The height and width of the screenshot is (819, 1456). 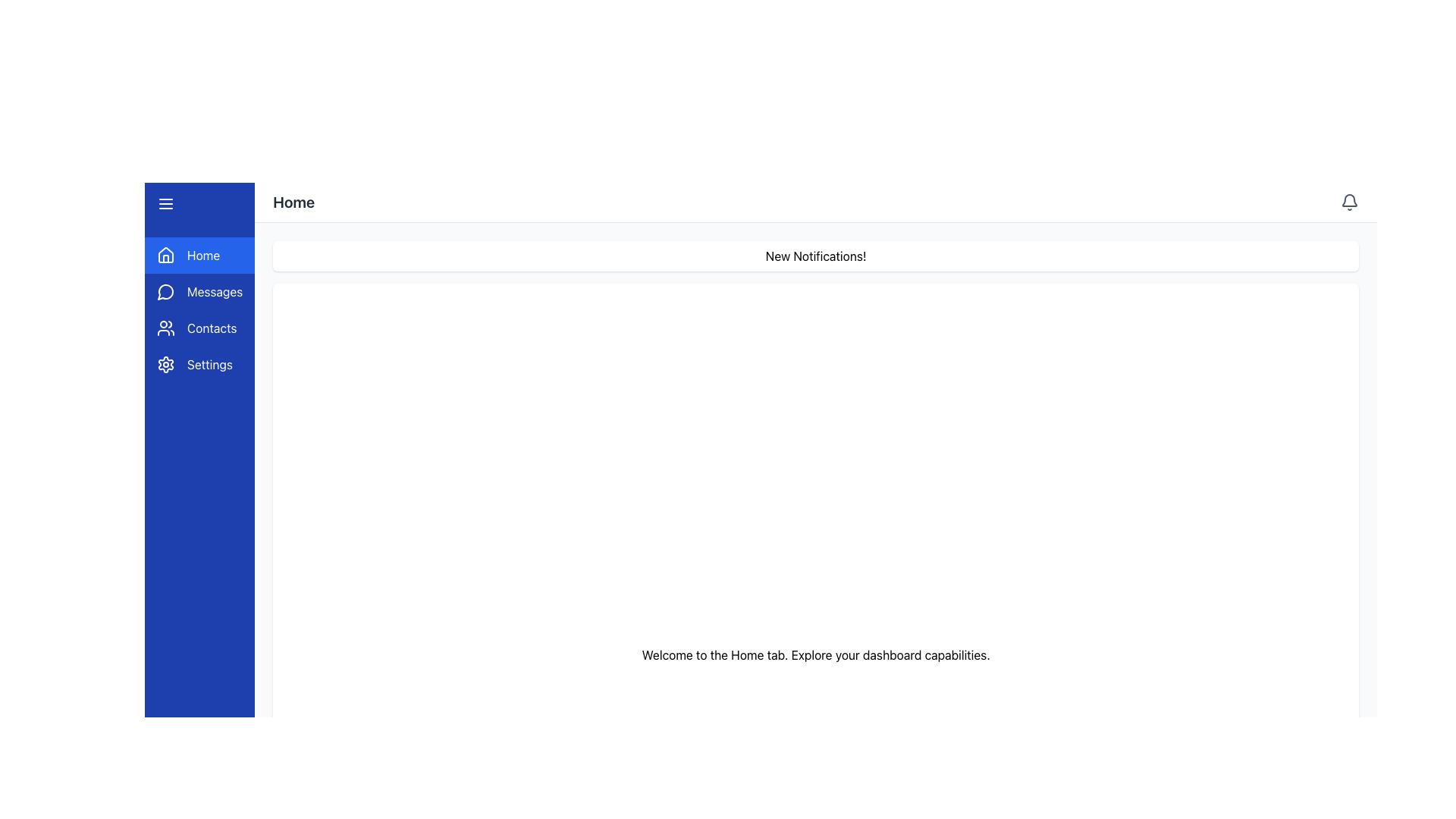 What do you see at coordinates (1350, 201) in the screenshot?
I see `the notification bell icon located in the top-right corner of the header bar` at bounding box center [1350, 201].